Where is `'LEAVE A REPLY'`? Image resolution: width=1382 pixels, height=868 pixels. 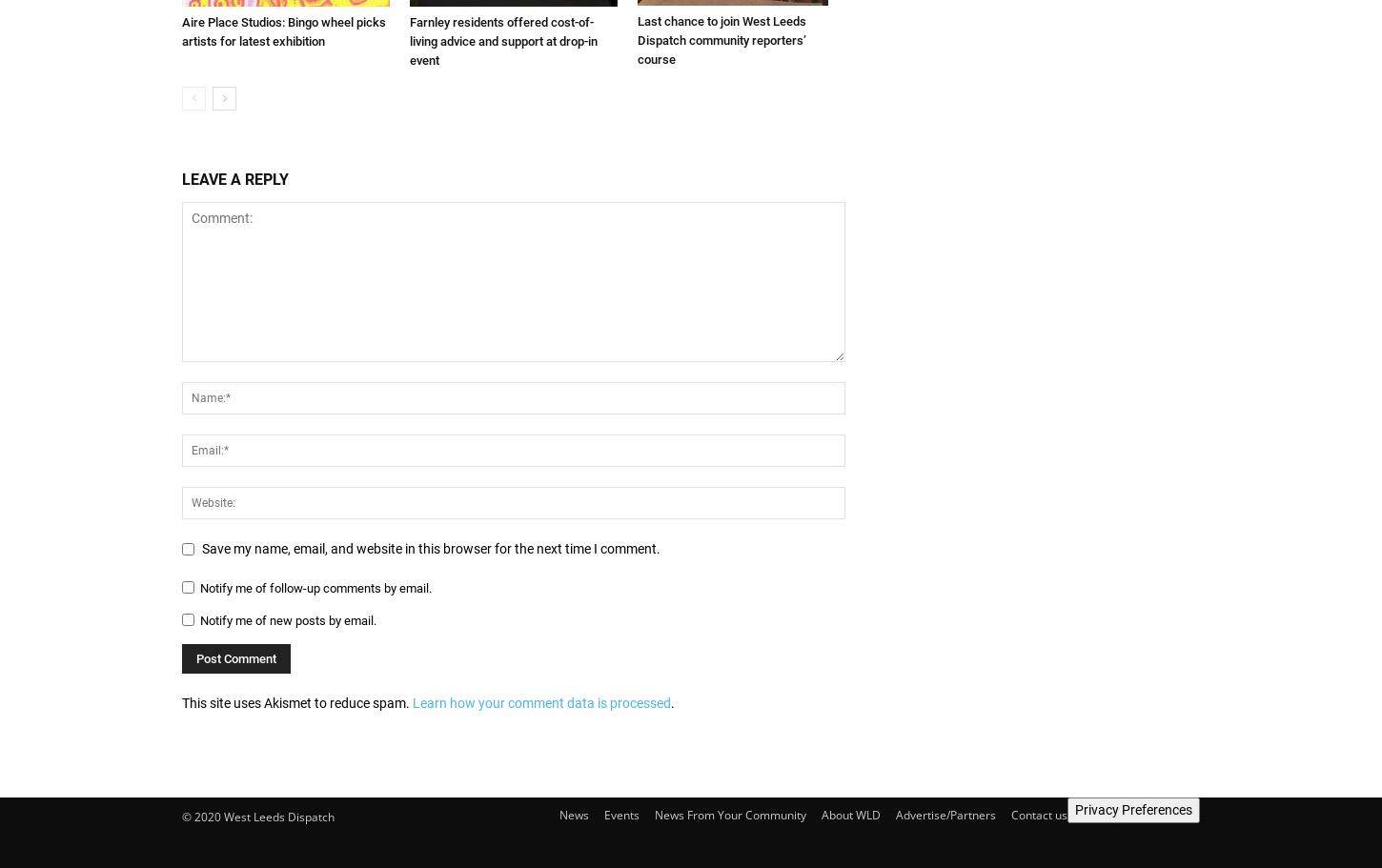
'LEAVE A REPLY' is located at coordinates (180, 177).